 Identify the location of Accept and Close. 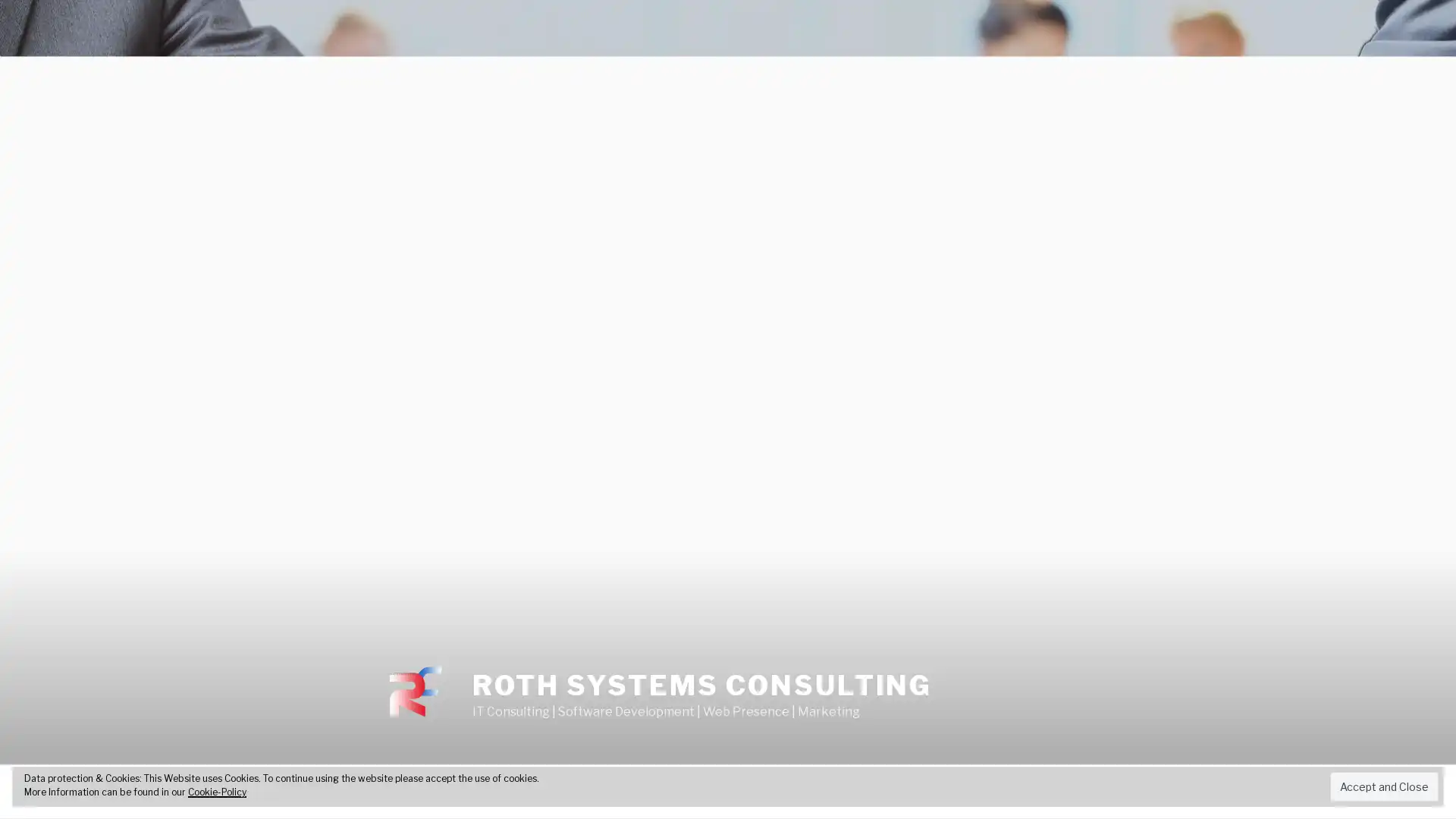
(1384, 786).